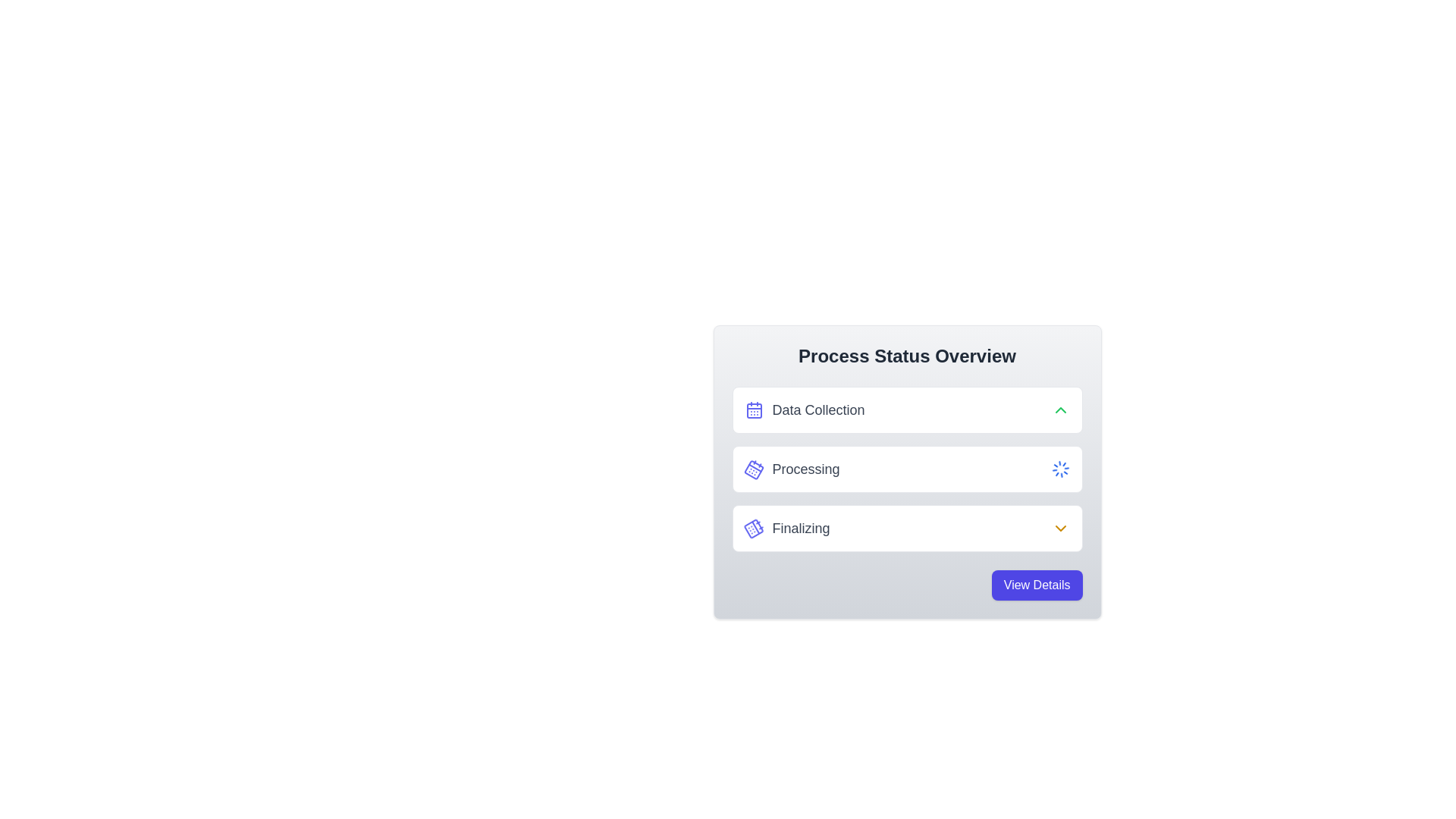 This screenshot has width=1456, height=819. I want to click on the 'Finalizing' process stage icon, which is the leftmost icon next to the text 'Finalizing' in the third row of the 'Process Status Overview' section, so click(754, 528).